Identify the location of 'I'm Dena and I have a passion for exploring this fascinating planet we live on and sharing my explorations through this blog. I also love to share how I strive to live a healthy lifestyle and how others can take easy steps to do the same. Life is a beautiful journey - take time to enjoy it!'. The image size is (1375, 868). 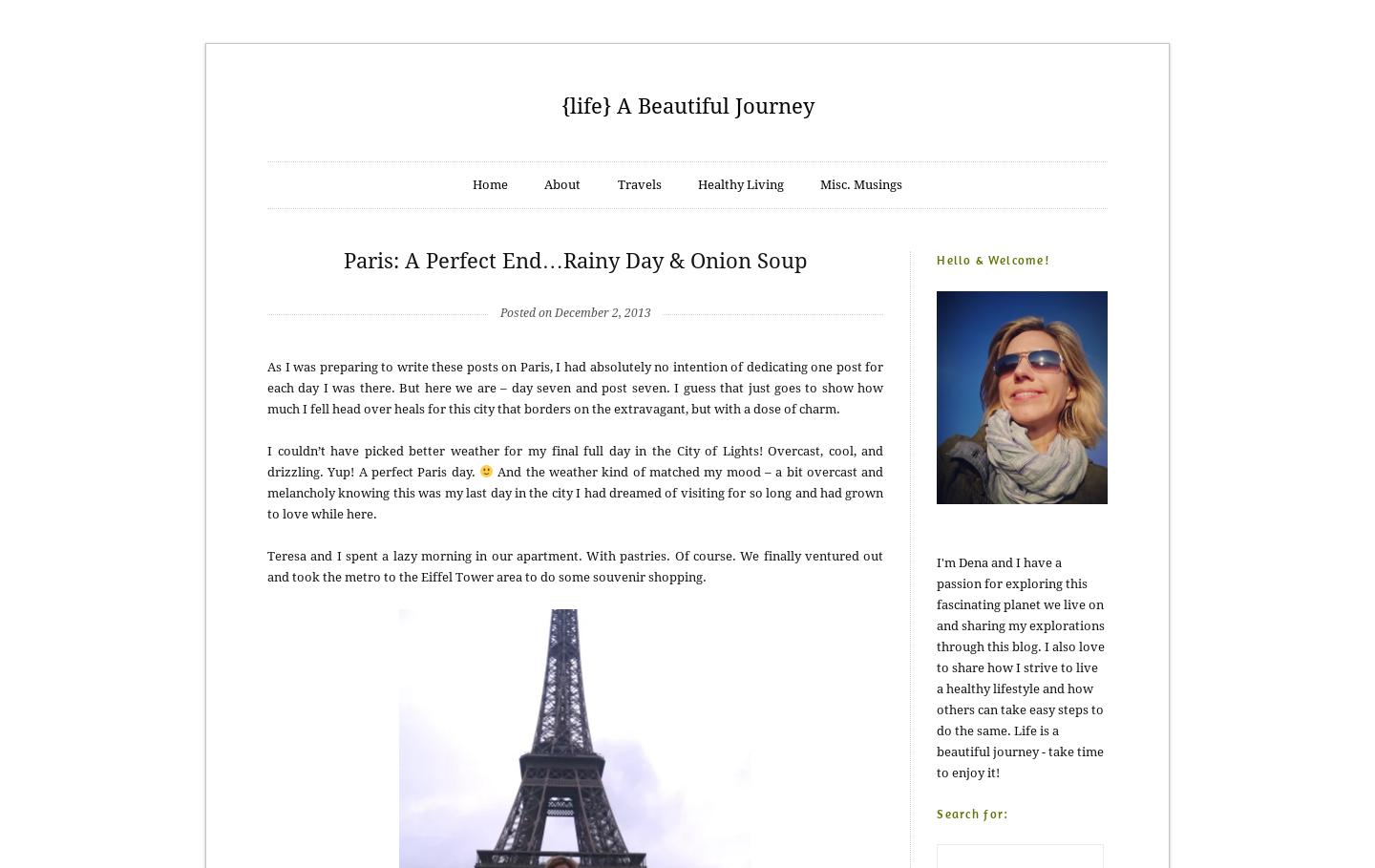
(1021, 667).